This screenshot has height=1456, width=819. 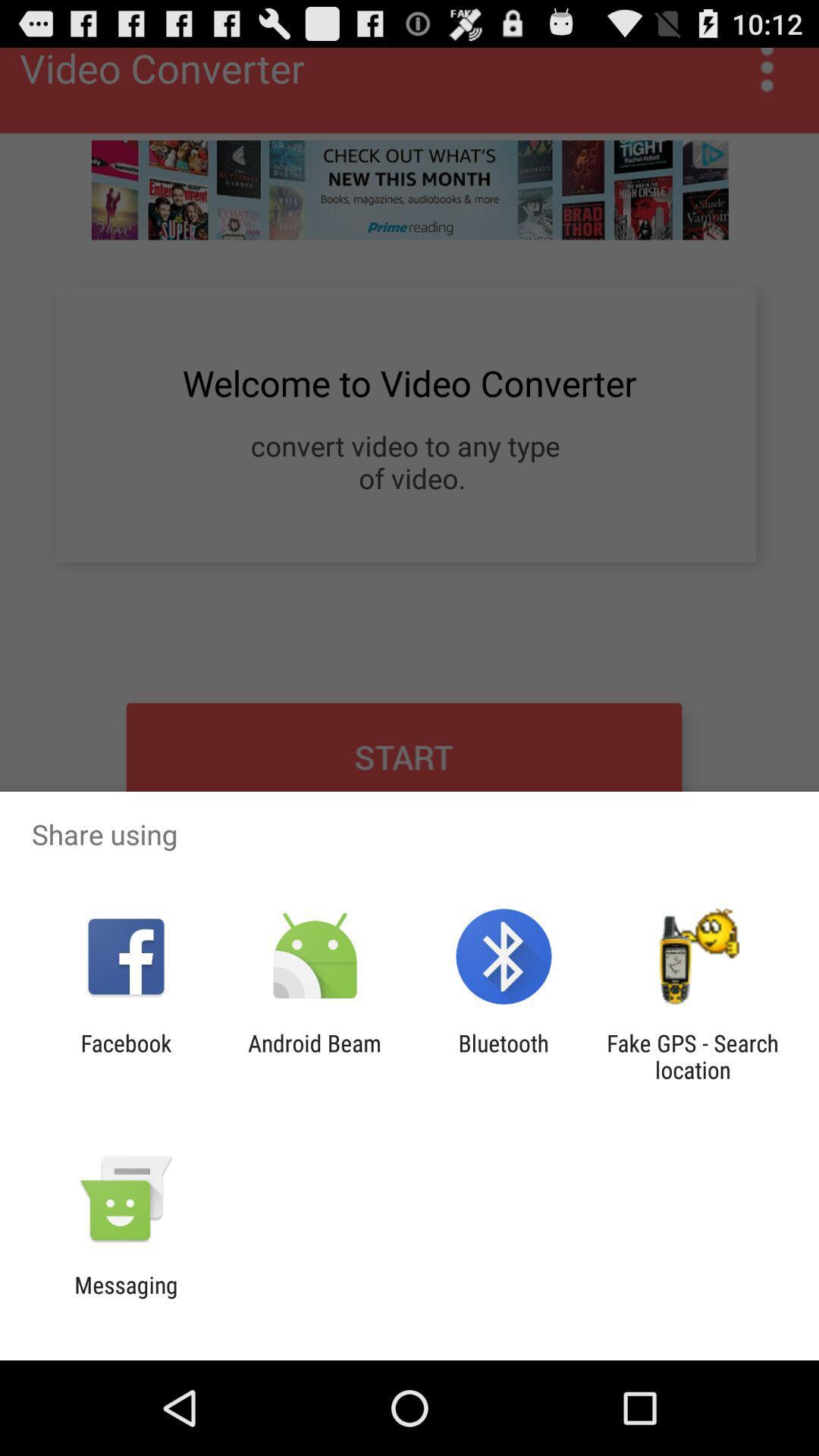 I want to click on icon next to android beam item, so click(x=504, y=1056).